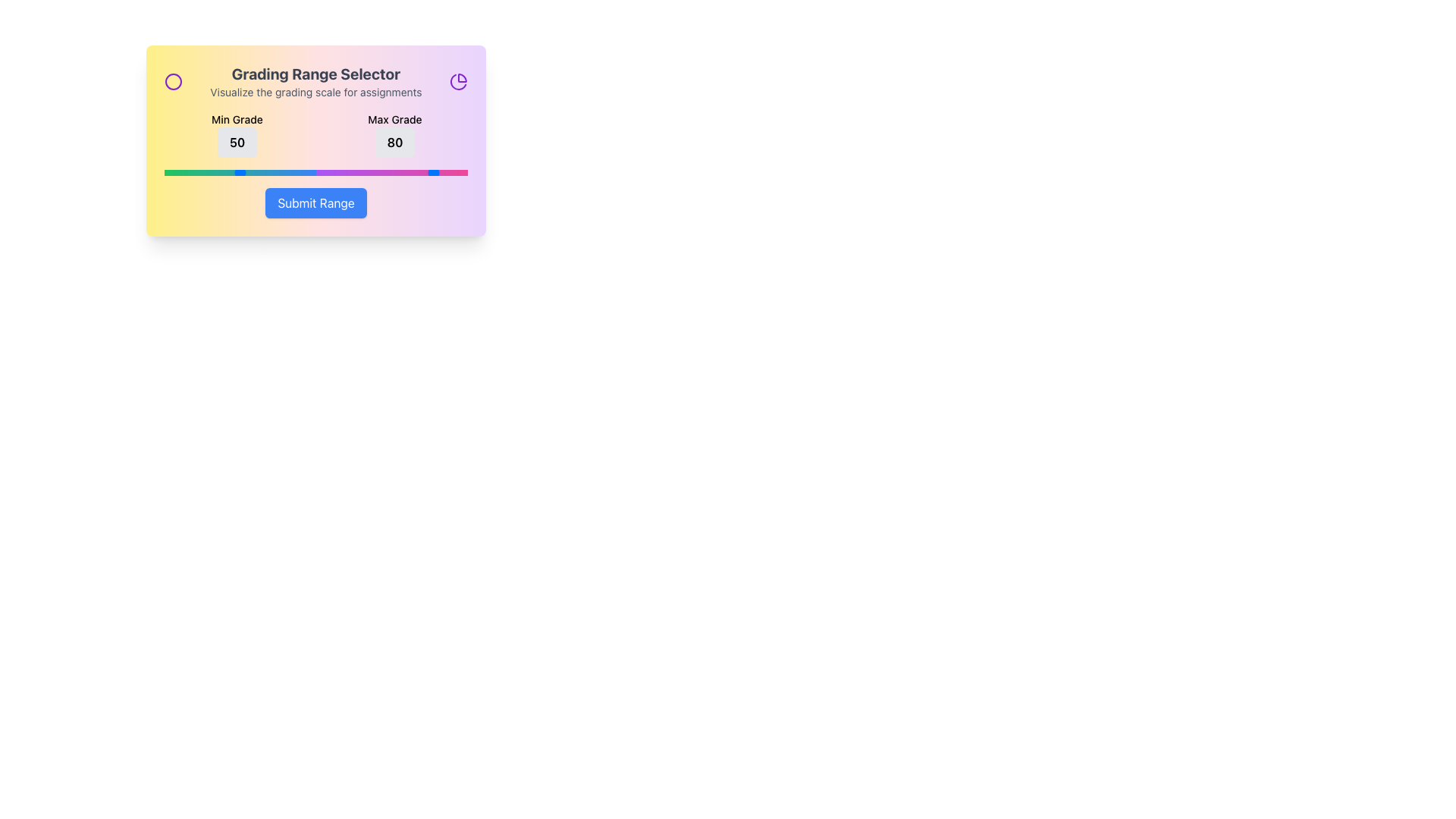 The width and height of the screenshot is (1456, 819). Describe the element at coordinates (315, 93) in the screenshot. I see `the descriptive text element that provides context about the grading scale, located below the 'Grading Range Selector' title` at that location.